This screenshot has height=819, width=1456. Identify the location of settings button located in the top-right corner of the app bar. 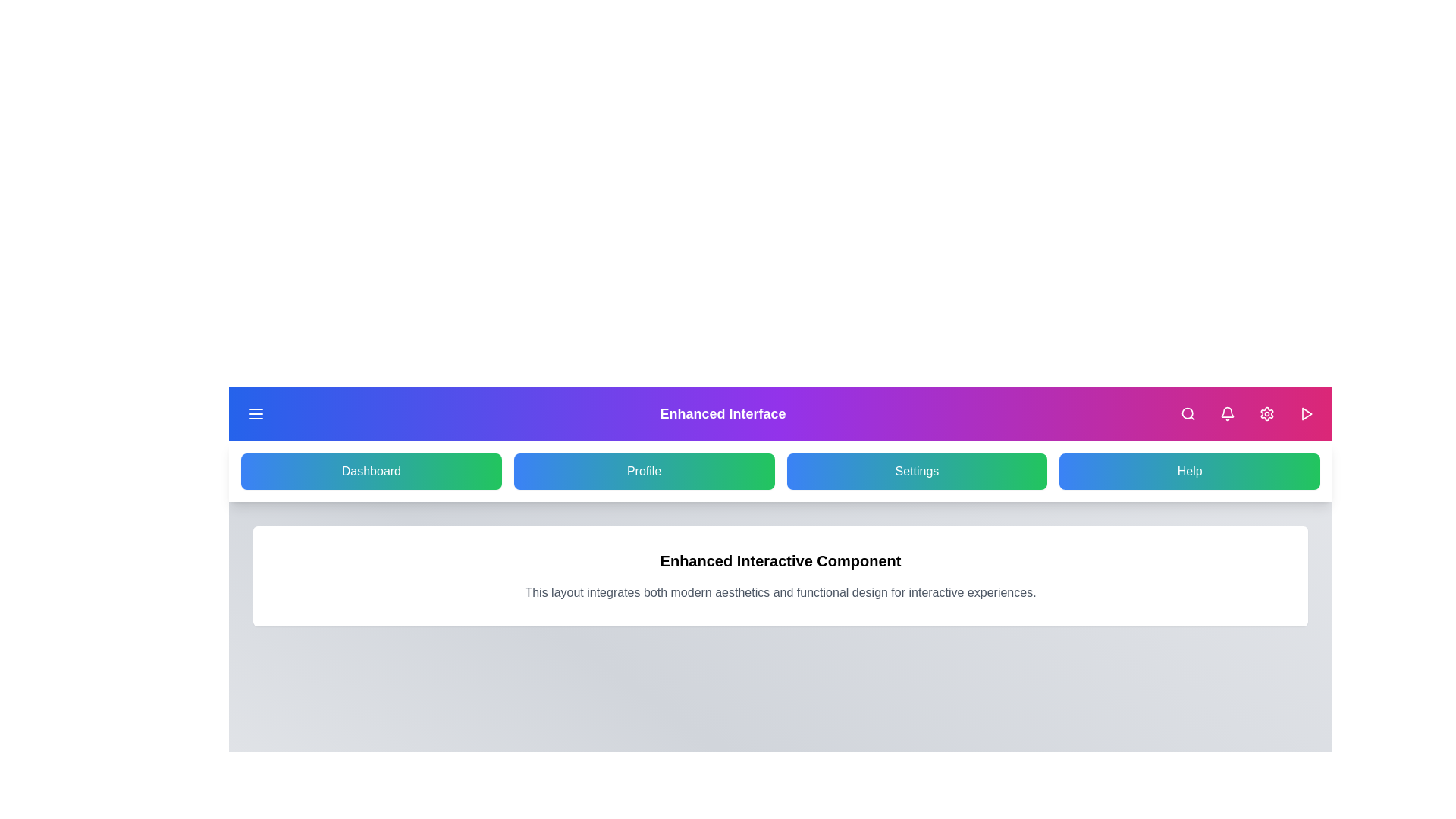
(1266, 414).